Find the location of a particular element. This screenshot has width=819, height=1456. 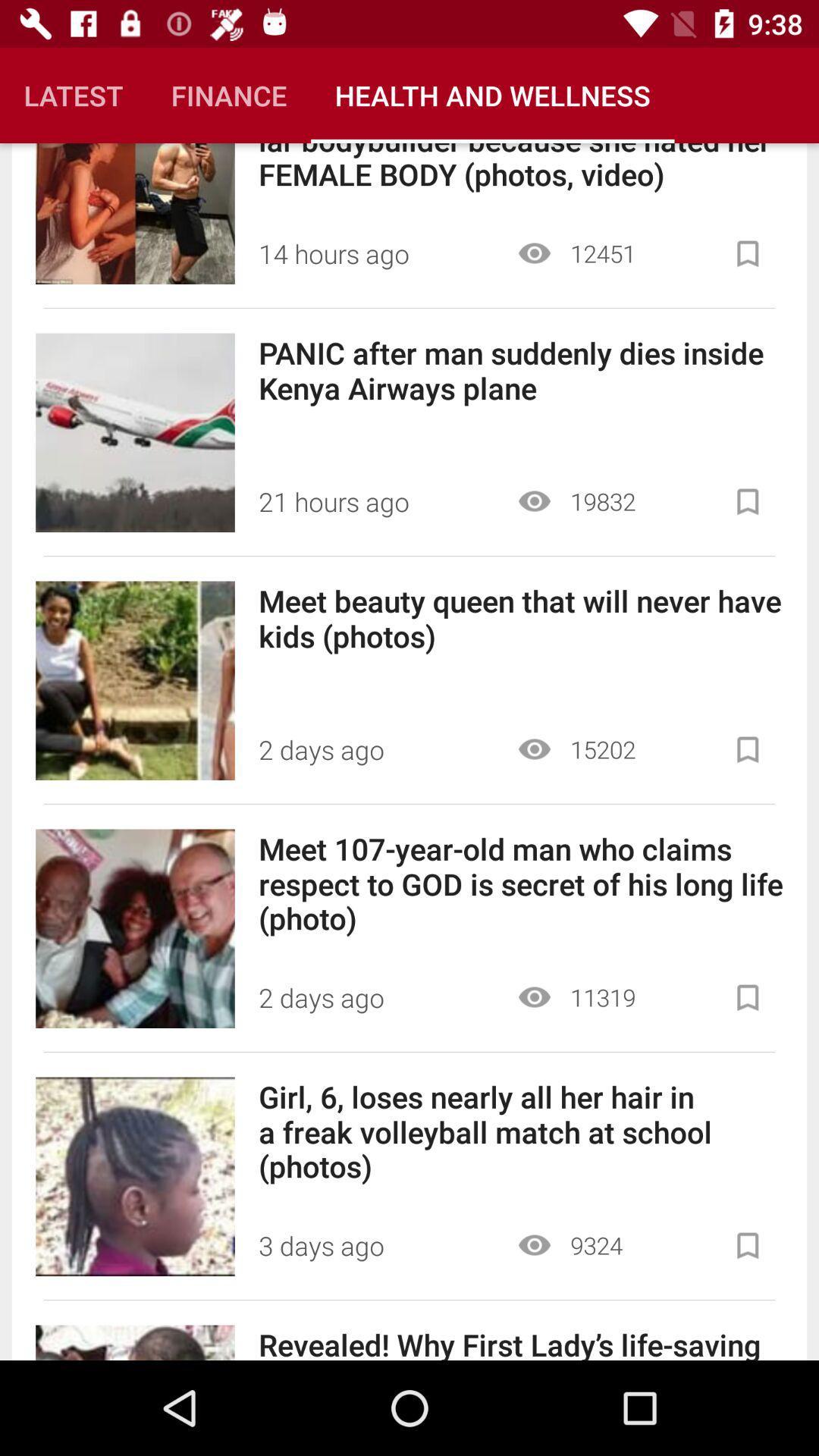

bookmark video is located at coordinates (747, 1245).